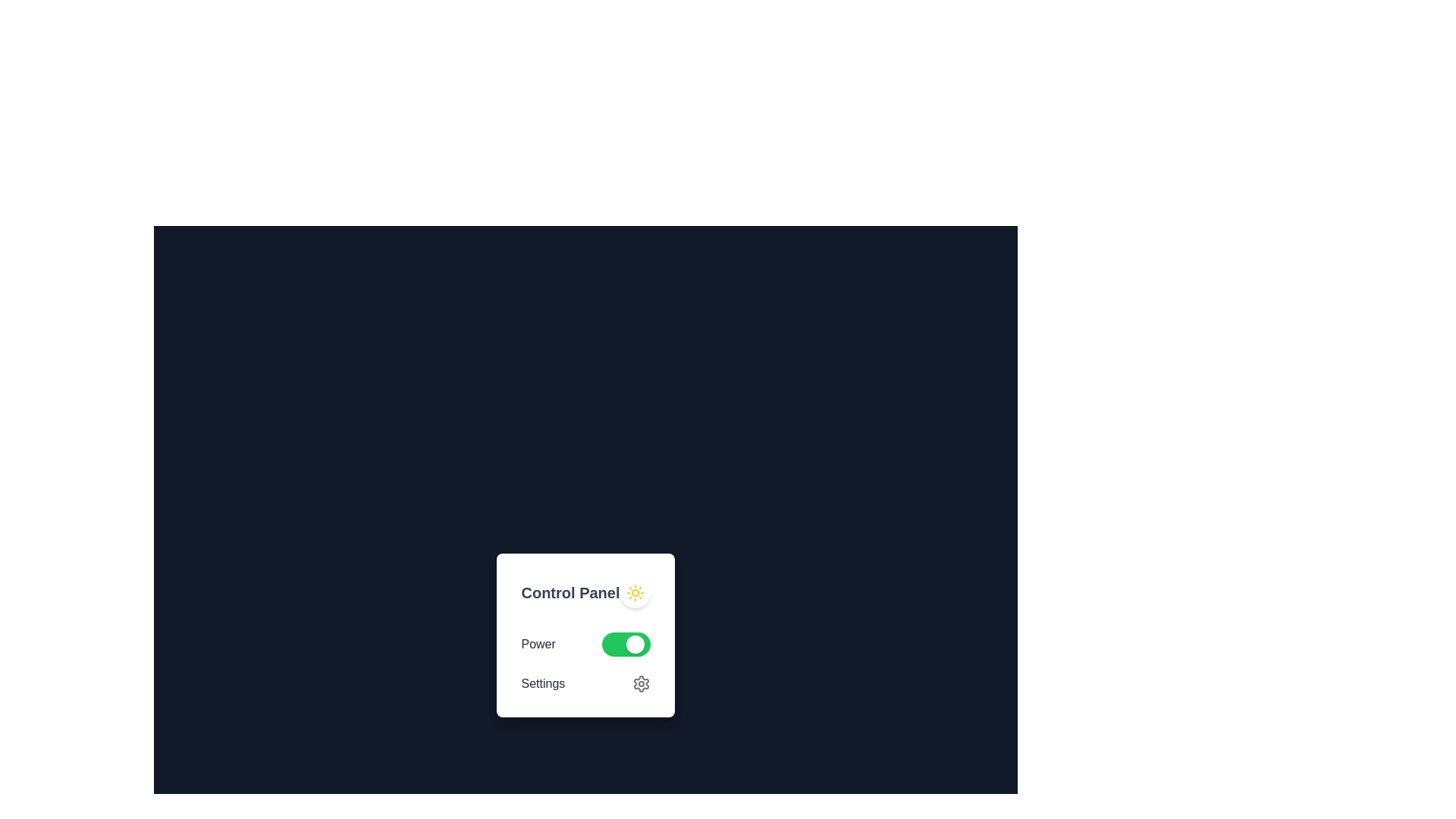 This screenshot has width=1456, height=819. Describe the element at coordinates (635, 592) in the screenshot. I see `the sun-like icon, which is centrally placed within a circular button in the control card` at that location.